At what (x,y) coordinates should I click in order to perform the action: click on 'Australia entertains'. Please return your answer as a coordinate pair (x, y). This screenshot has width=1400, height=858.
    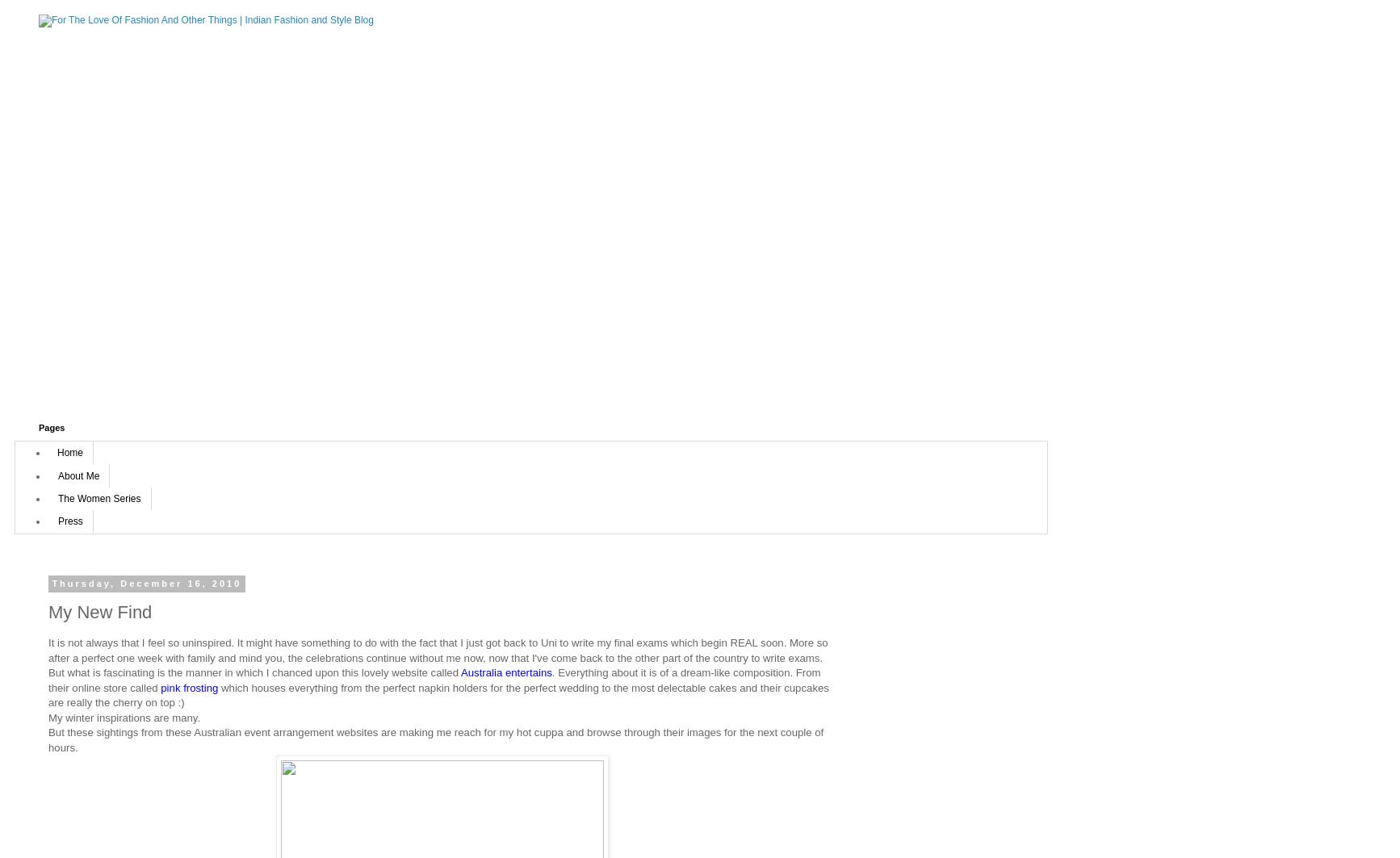
    Looking at the image, I should click on (505, 672).